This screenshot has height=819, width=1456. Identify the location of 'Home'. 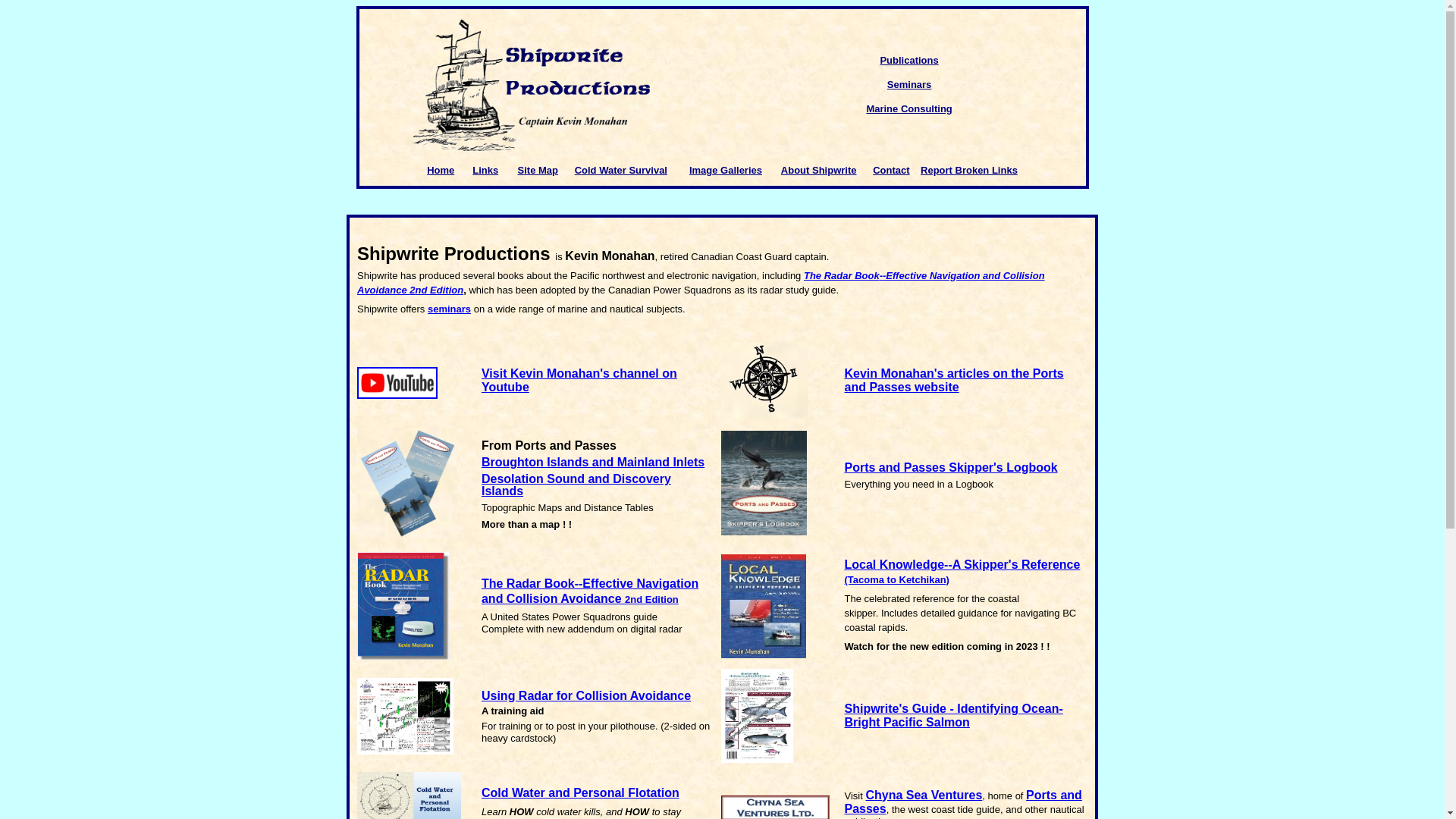
(439, 169).